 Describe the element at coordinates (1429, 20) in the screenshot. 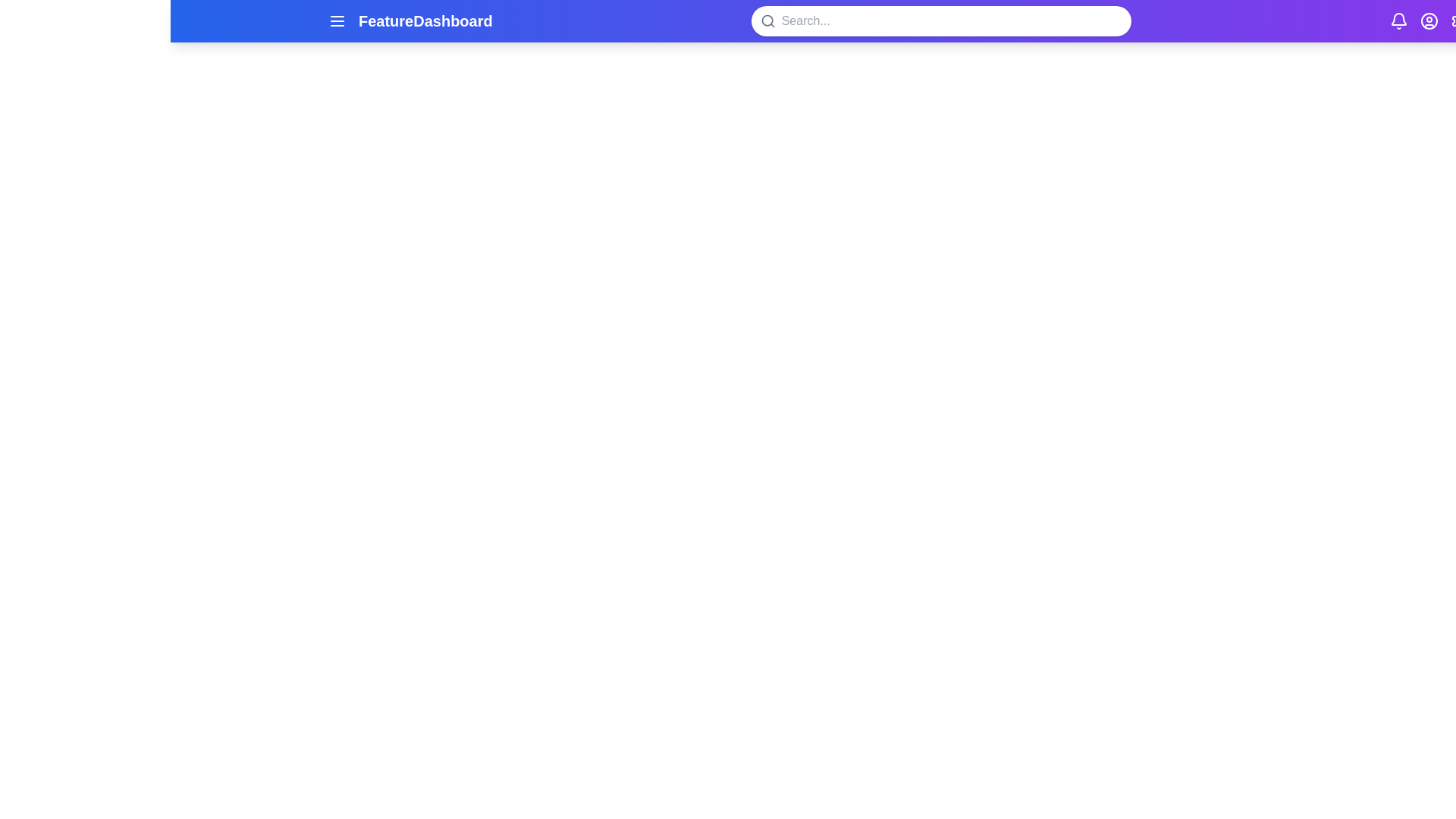

I see `the user profile icon located at the top right corner of the interface` at that location.